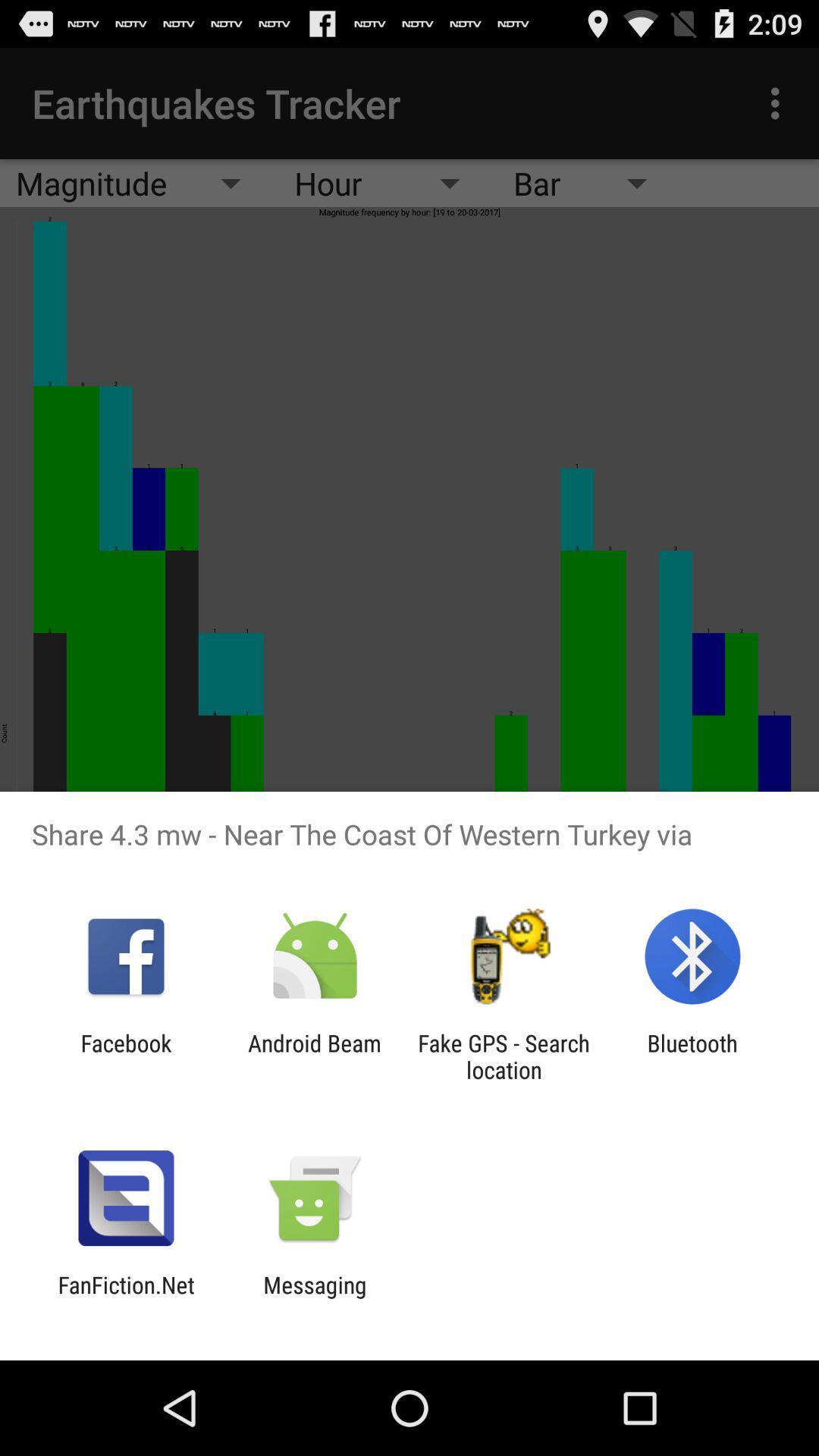 The height and width of the screenshot is (1456, 819). I want to click on the app next to bluetooth item, so click(504, 1056).